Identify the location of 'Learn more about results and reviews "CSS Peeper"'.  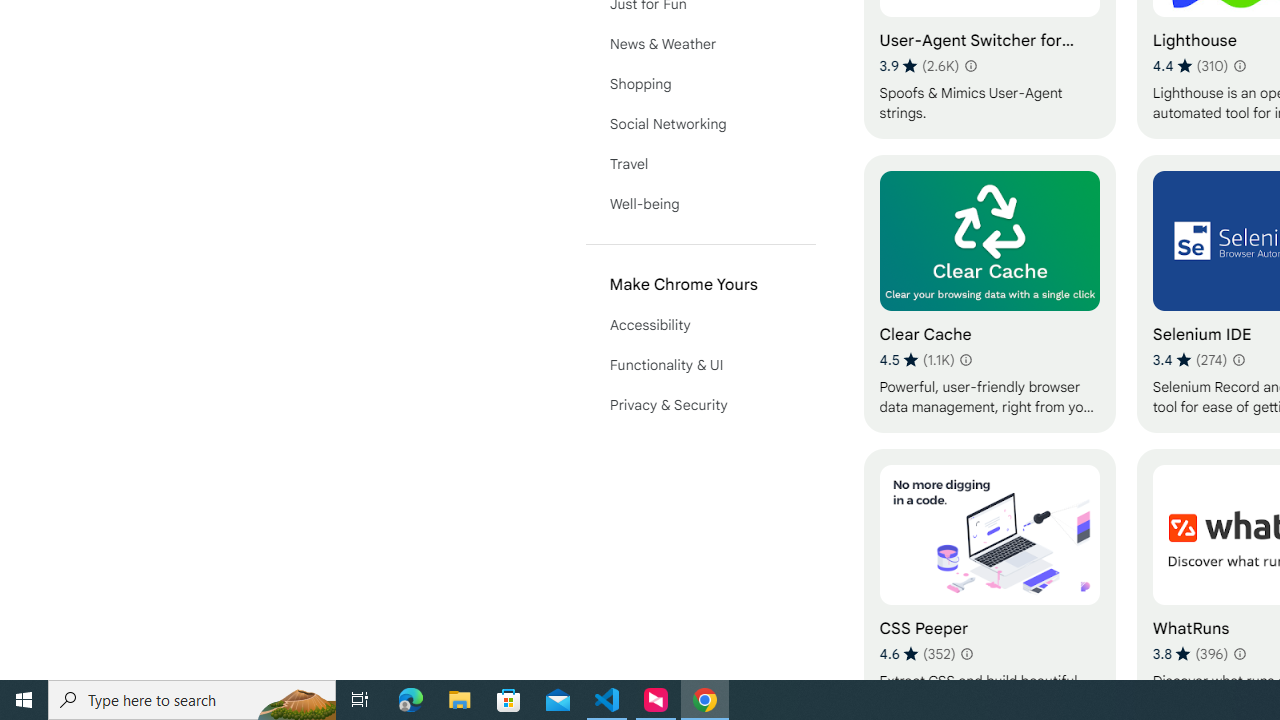
(967, 654).